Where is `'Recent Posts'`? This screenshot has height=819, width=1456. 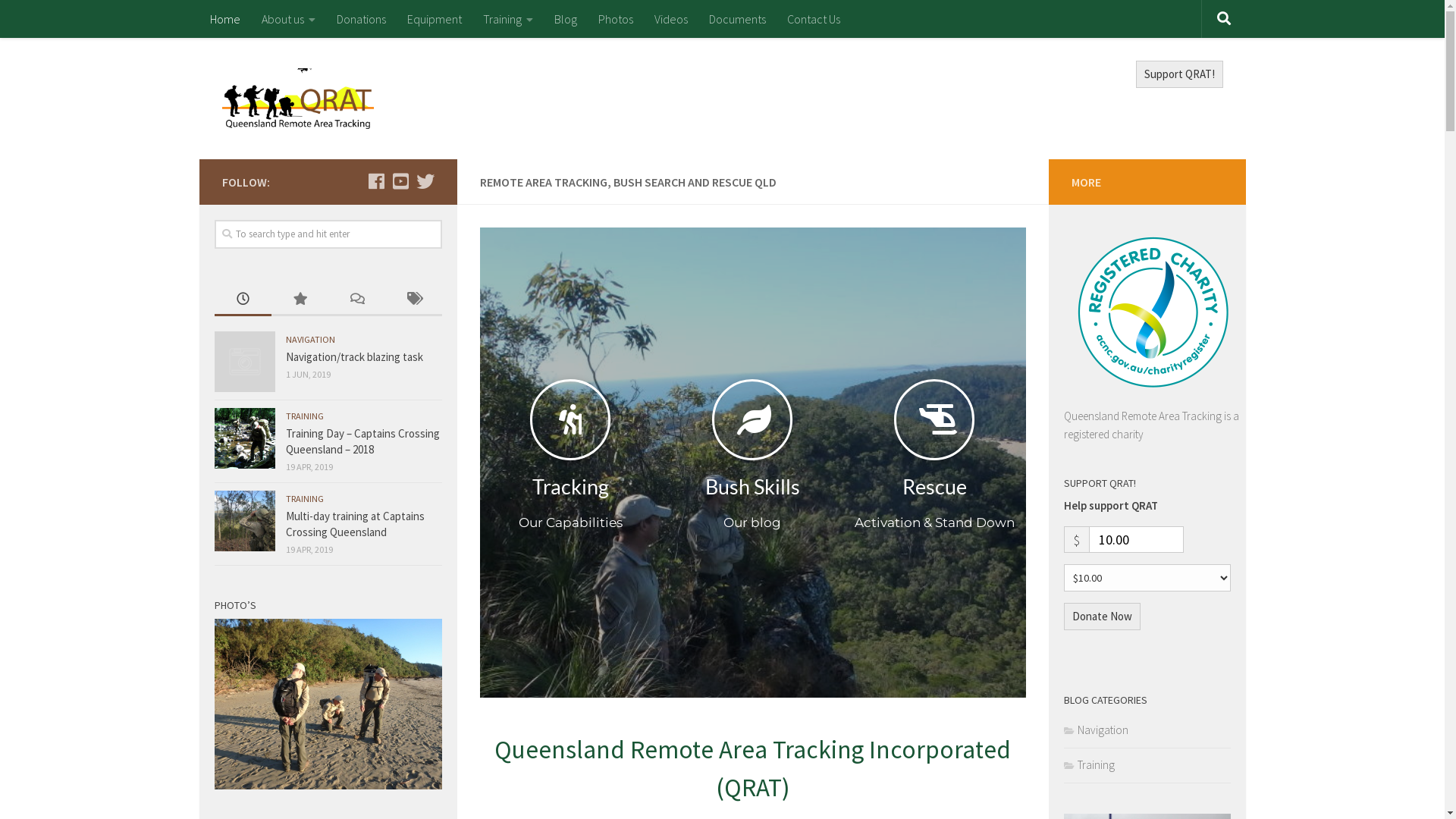 'Recent Posts' is located at coordinates (213, 300).